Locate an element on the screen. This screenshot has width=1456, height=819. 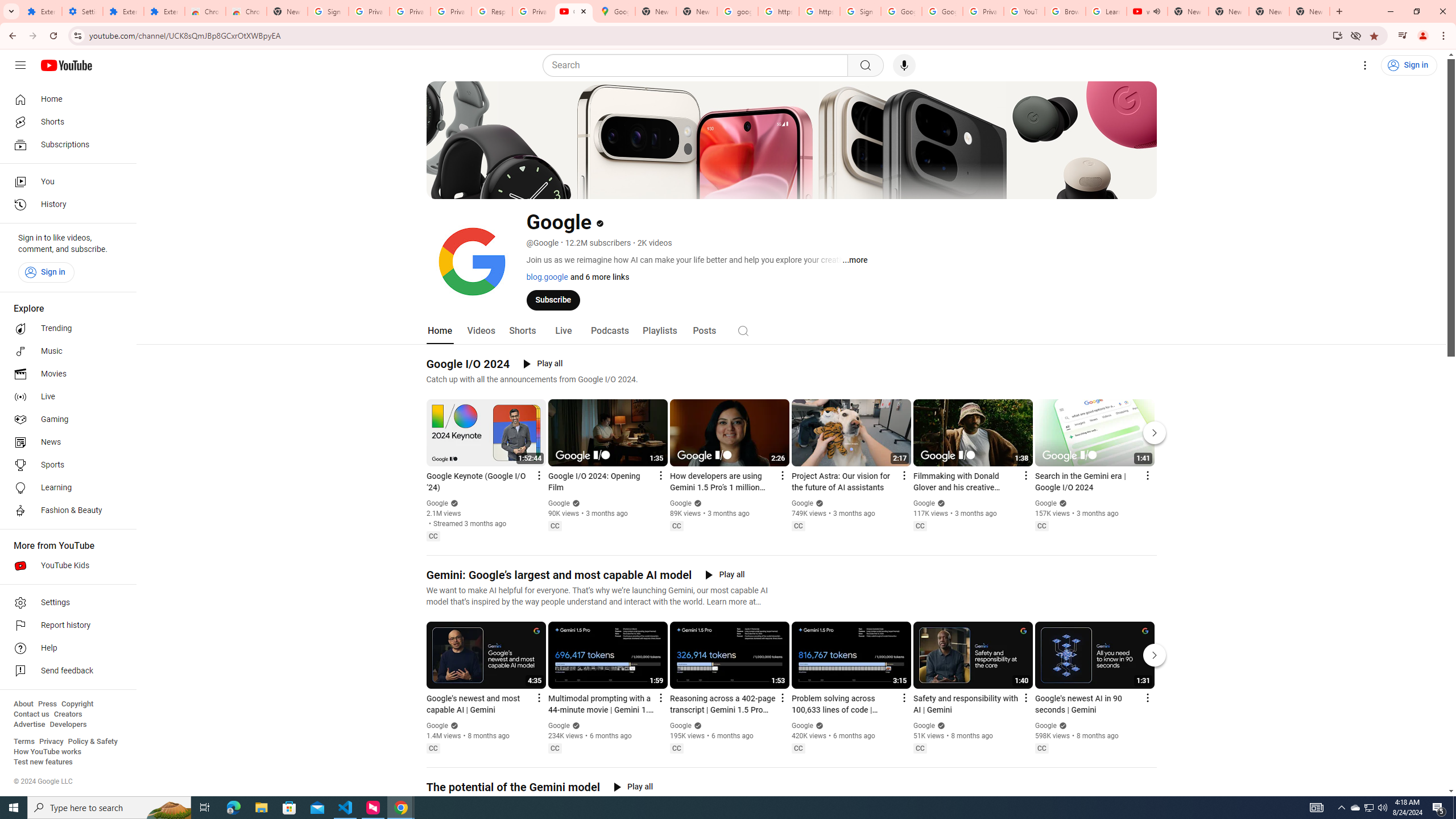
'Guide' is located at coordinates (19, 65).